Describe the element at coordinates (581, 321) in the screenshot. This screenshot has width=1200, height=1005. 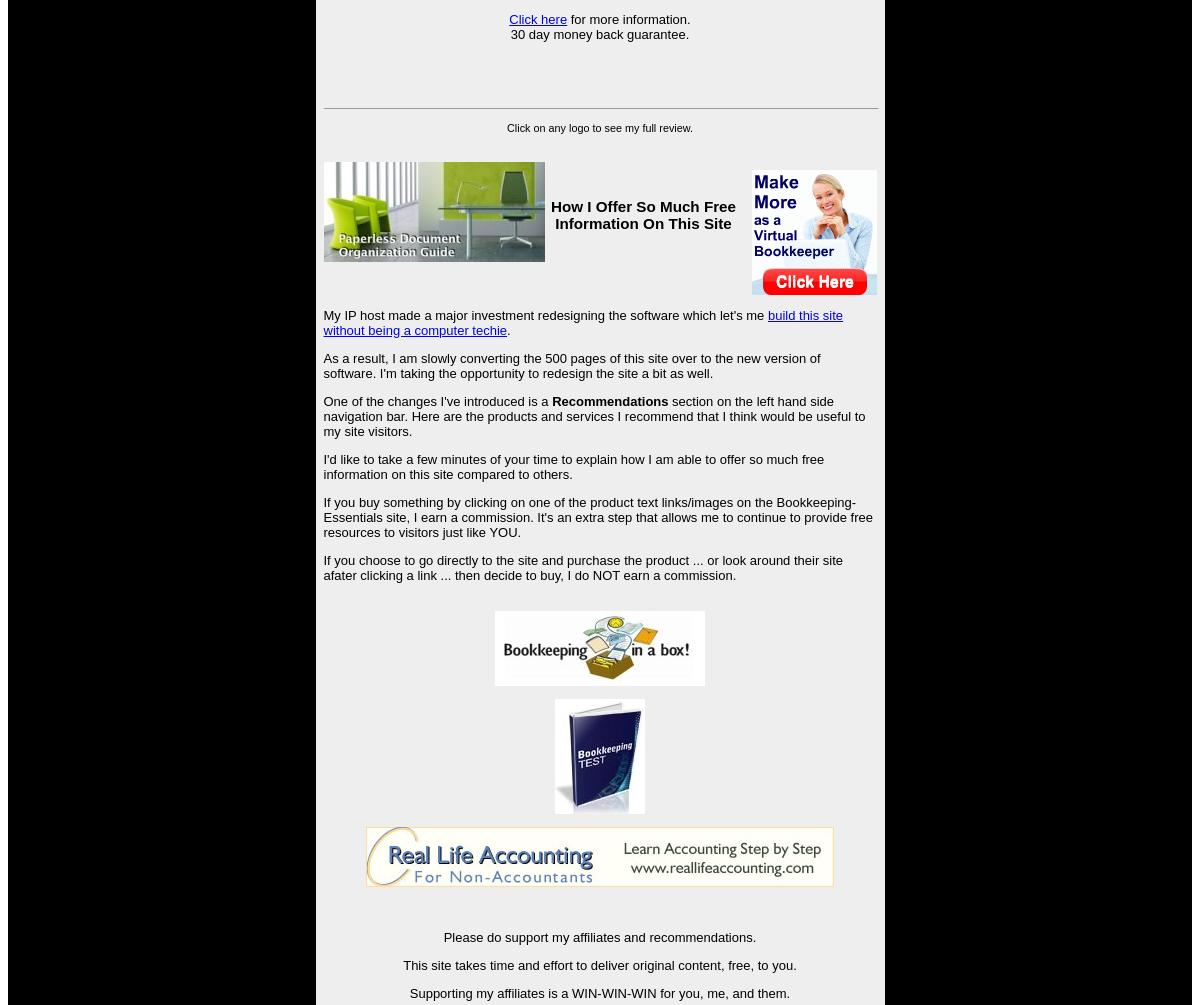
I see `'build this site without being a computer techie'` at that location.